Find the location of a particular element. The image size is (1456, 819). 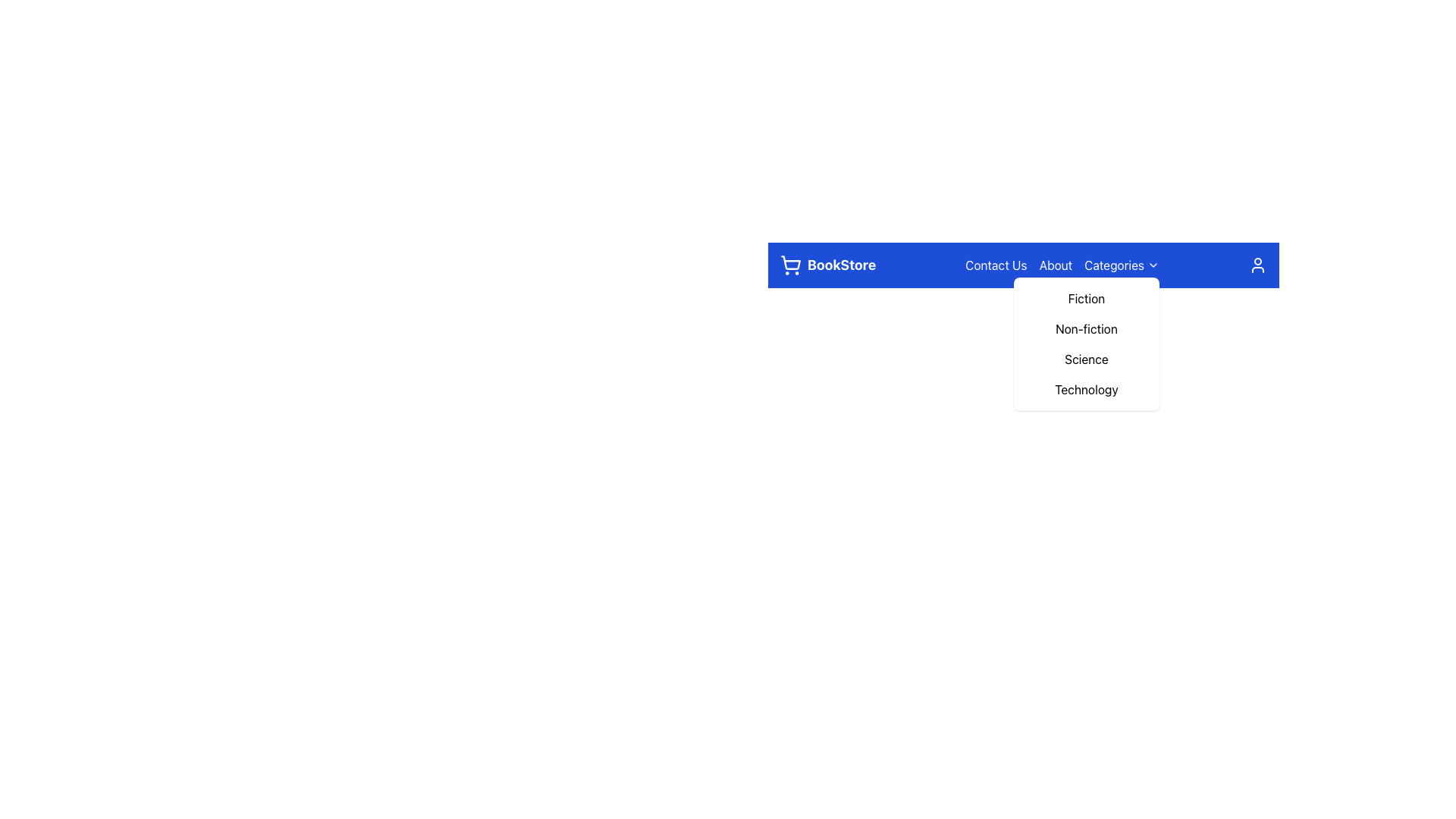

the shopping cart icon, which is a line design with circular wheels, positioned to the left of the 'BookStore' text in the blue header bar is located at coordinates (789, 265).